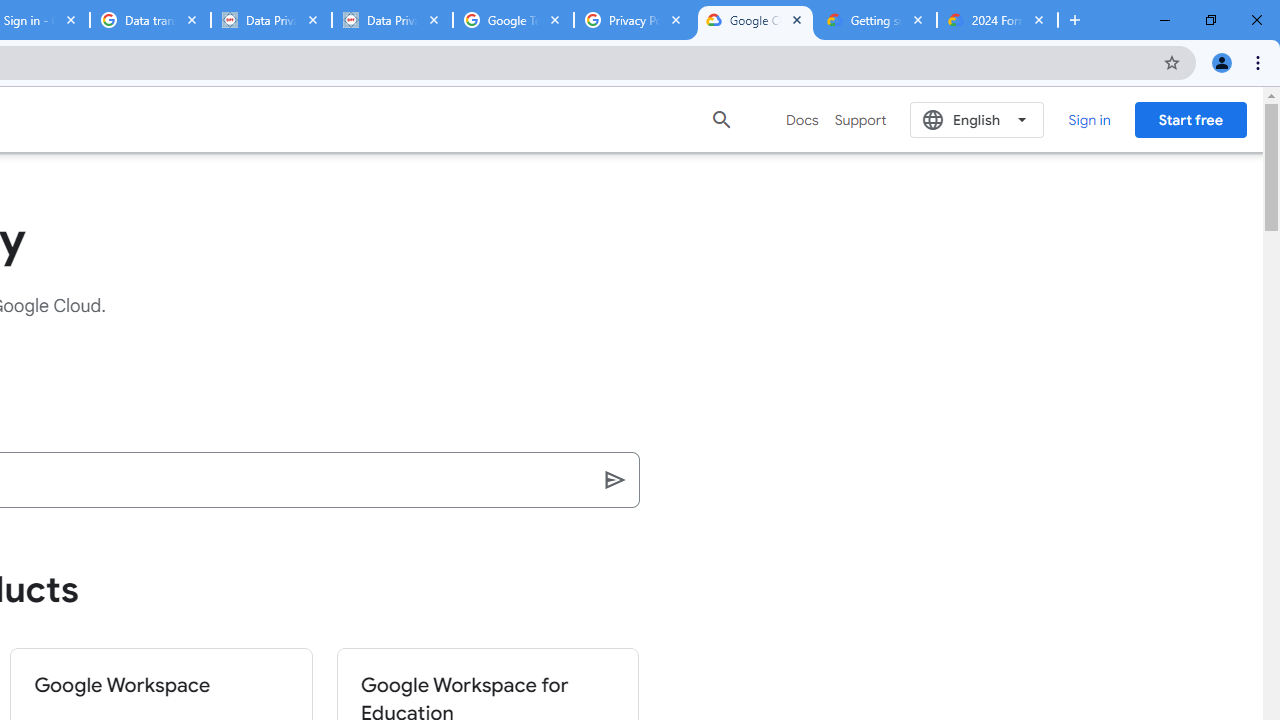 The image size is (1280, 720). What do you see at coordinates (802, 119) in the screenshot?
I see `'Docs'` at bounding box center [802, 119].